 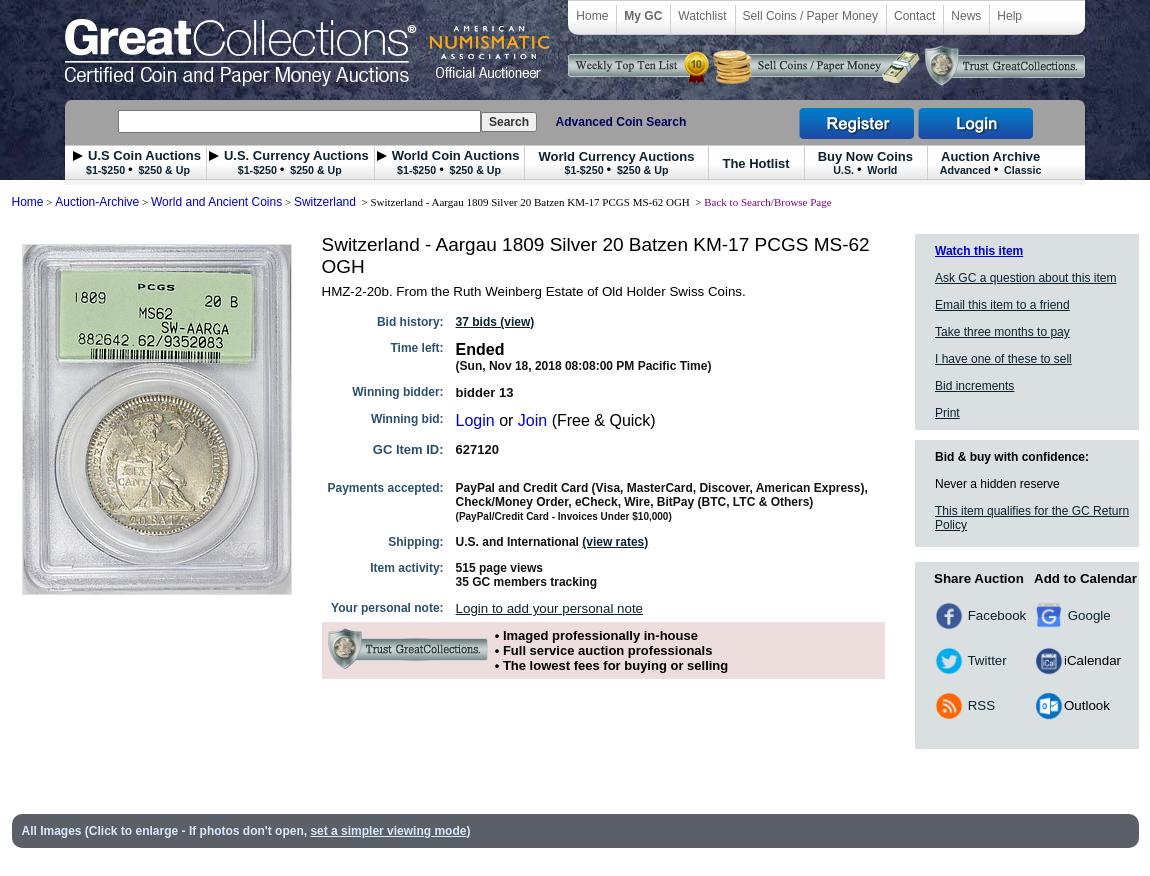 I want to click on 'HMZ-2-20b. From the Ruth Weinberg Estate of Old Holder Swiss Coins.', so click(x=533, y=291).